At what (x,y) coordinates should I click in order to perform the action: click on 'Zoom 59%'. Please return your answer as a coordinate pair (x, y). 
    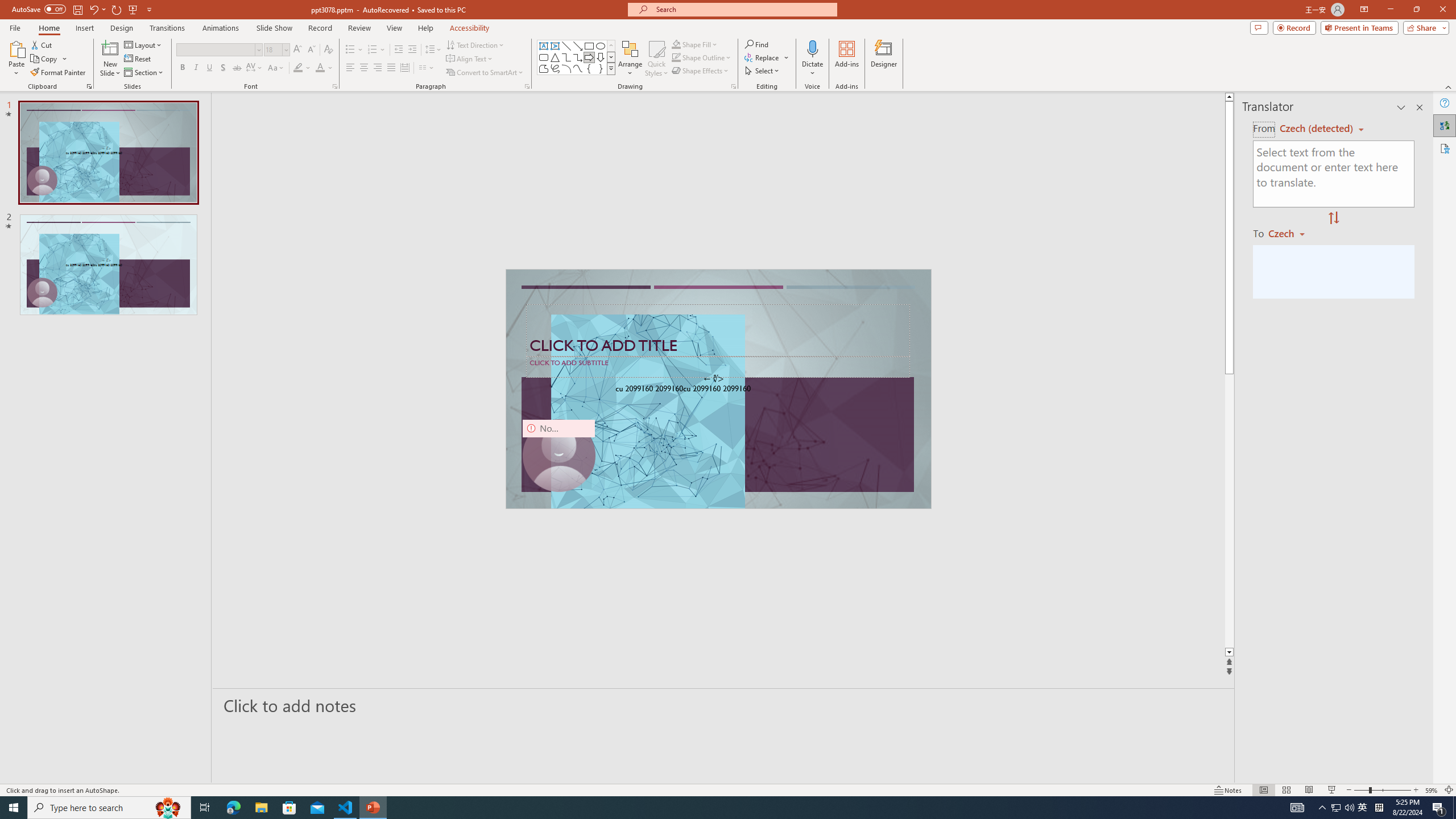
    Looking at the image, I should click on (1431, 790).